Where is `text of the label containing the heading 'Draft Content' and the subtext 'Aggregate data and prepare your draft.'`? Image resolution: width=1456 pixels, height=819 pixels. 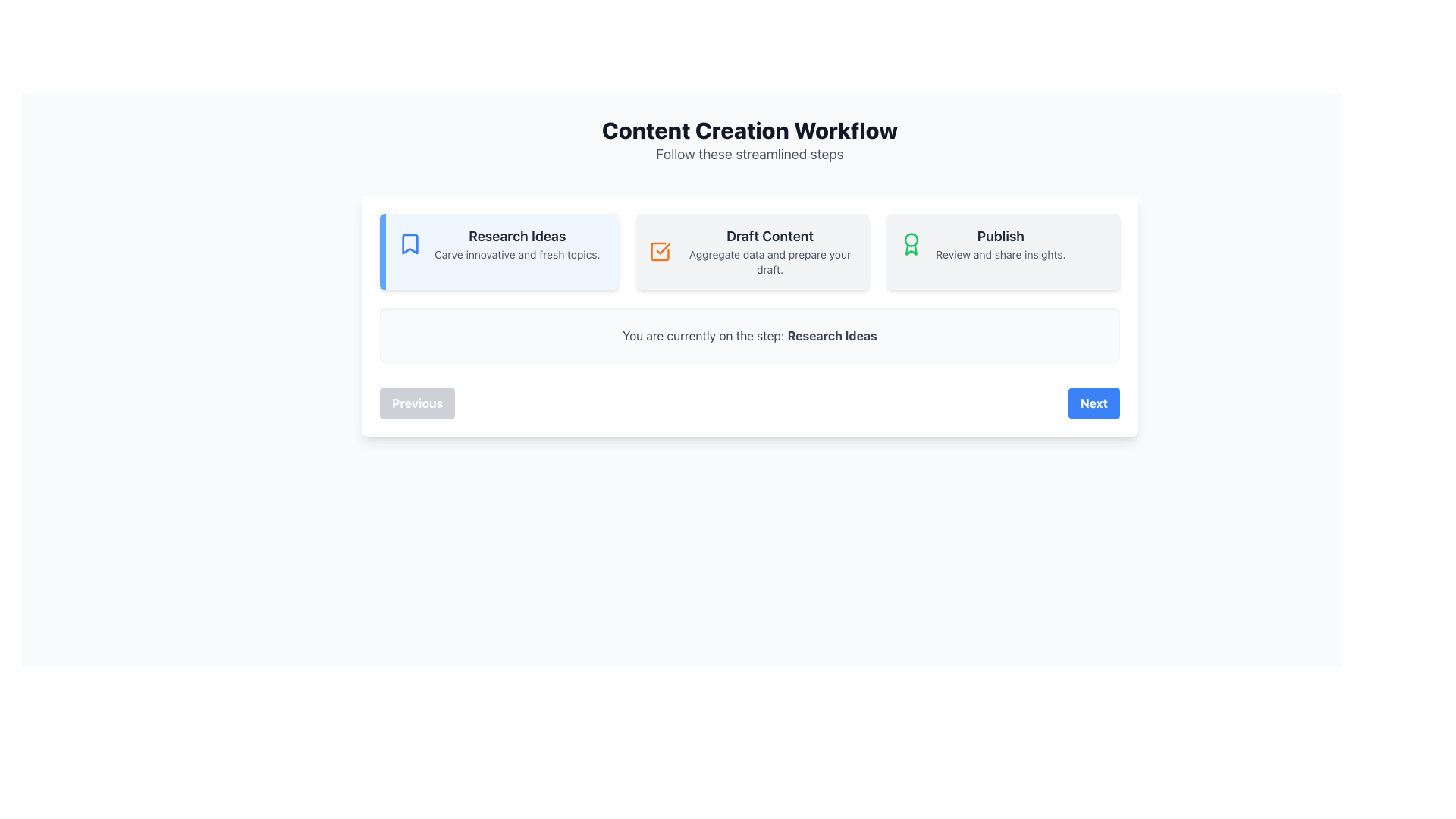
text of the label containing the heading 'Draft Content' and the subtext 'Aggregate data and prepare your draft.' is located at coordinates (770, 250).